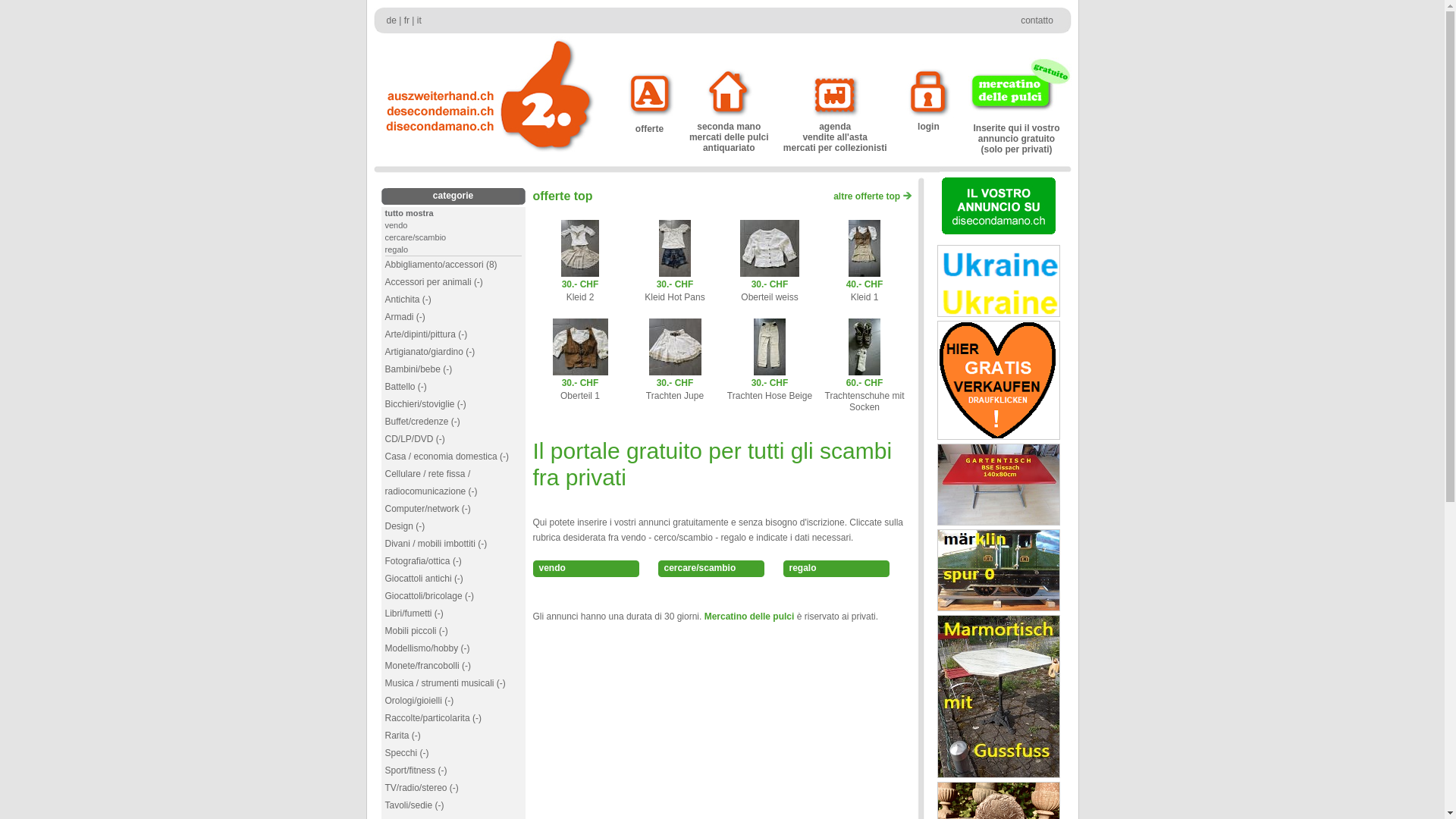 The height and width of the screenshot is (819, 1456). What do you see at coordinates (414, 613) in the screenshot?
I see `'Libri/fumetti (-)'` at bounding box center [414, 613].